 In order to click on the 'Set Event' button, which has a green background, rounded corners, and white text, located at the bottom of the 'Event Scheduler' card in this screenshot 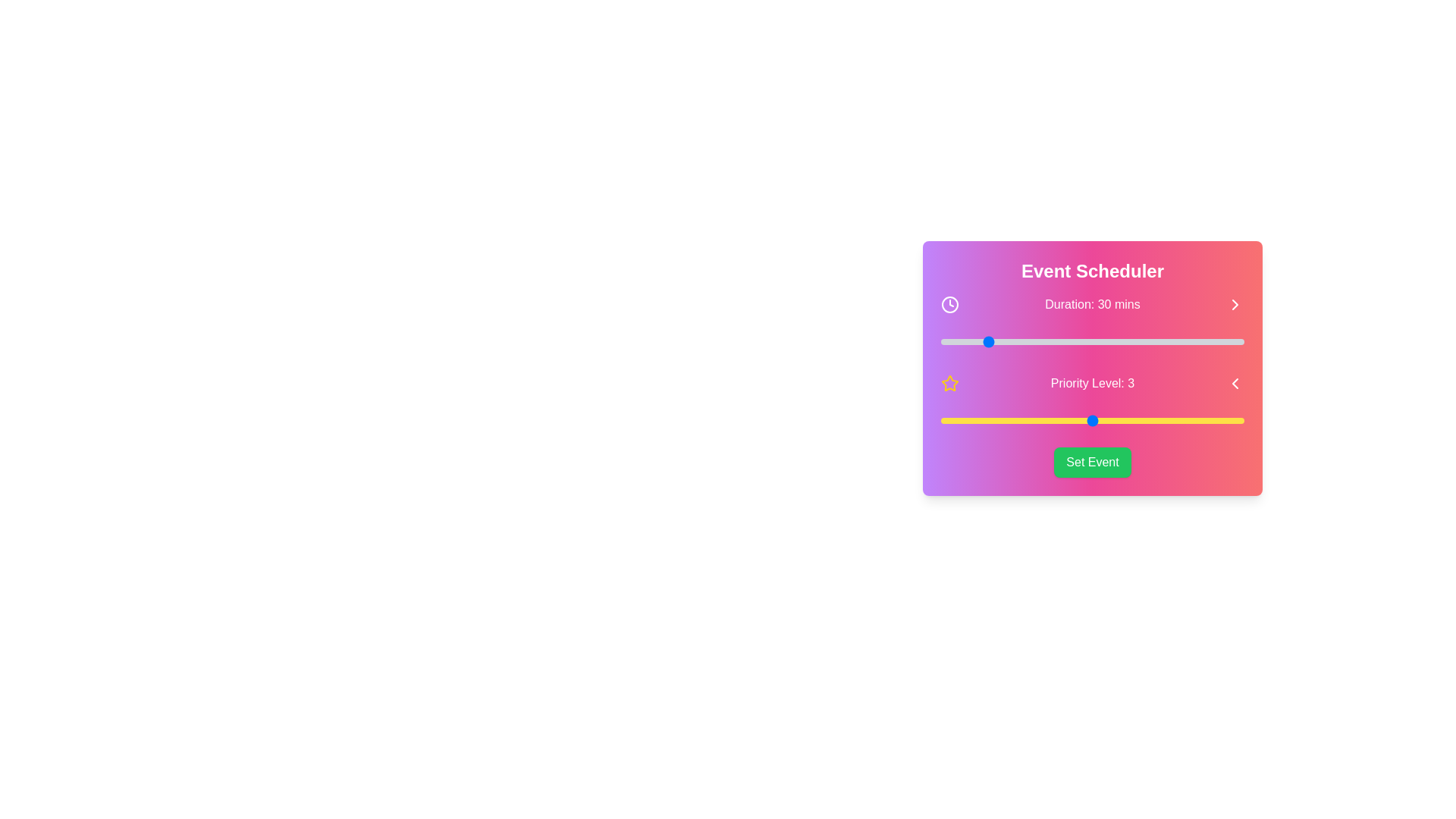, I will do `click(1092, 461)`.